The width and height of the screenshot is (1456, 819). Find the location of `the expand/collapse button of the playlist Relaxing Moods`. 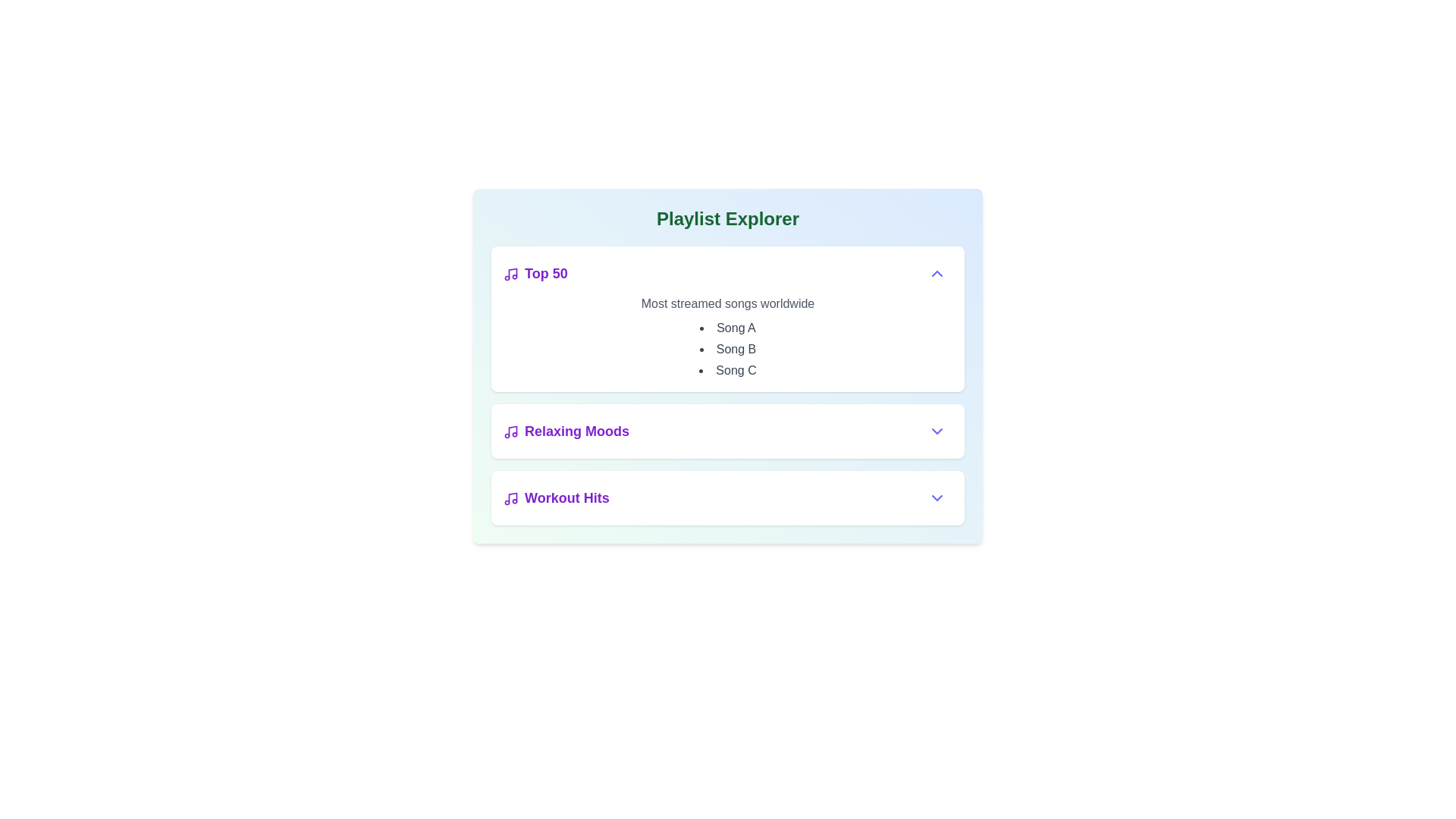

the expand/collapse button of the playlist Relaxing Moods is located at coordinates (937, 431).